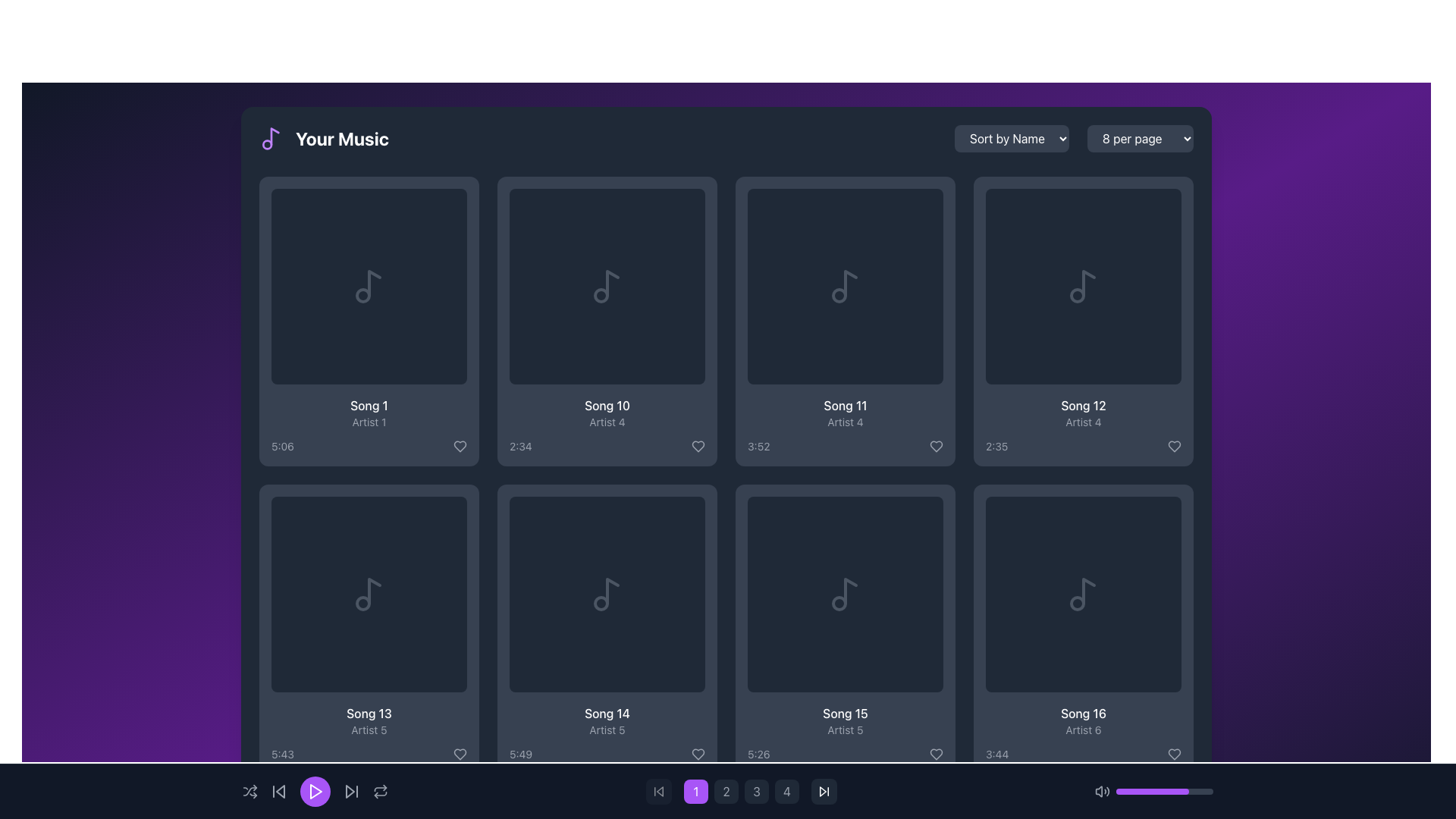 The height and width of the screenshot is (819, 1456). What do you see at coordinates (323, 138) in the screenshot?
I see `the 'Your Music' text label, which serves as the heading for the section, located in the top-left portion of the horizontal bar` at bounding box center [323, 138].